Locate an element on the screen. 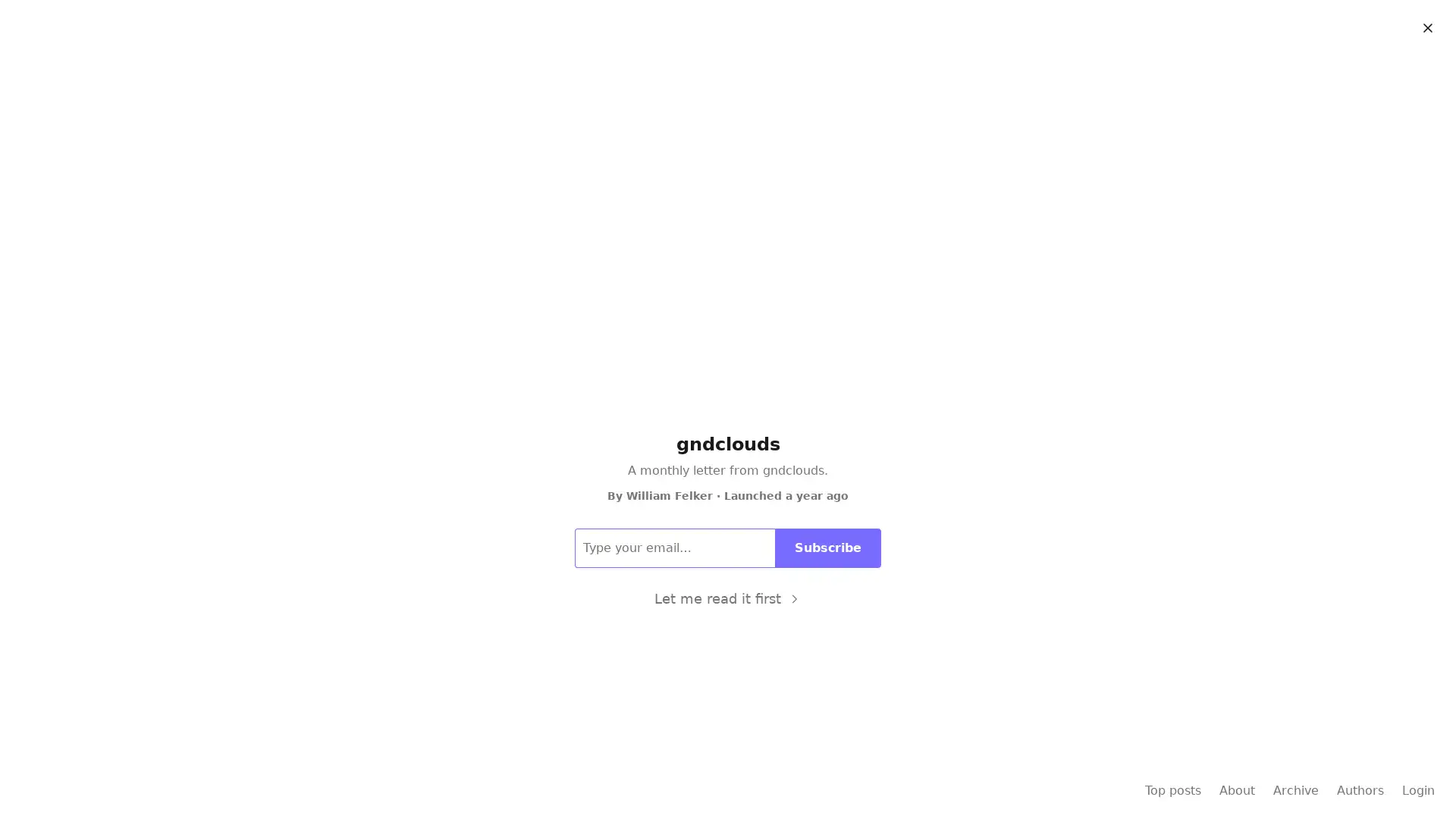 The height and width of the screenshot is (819, 1456). 1 is located at coordinates (764, 684).